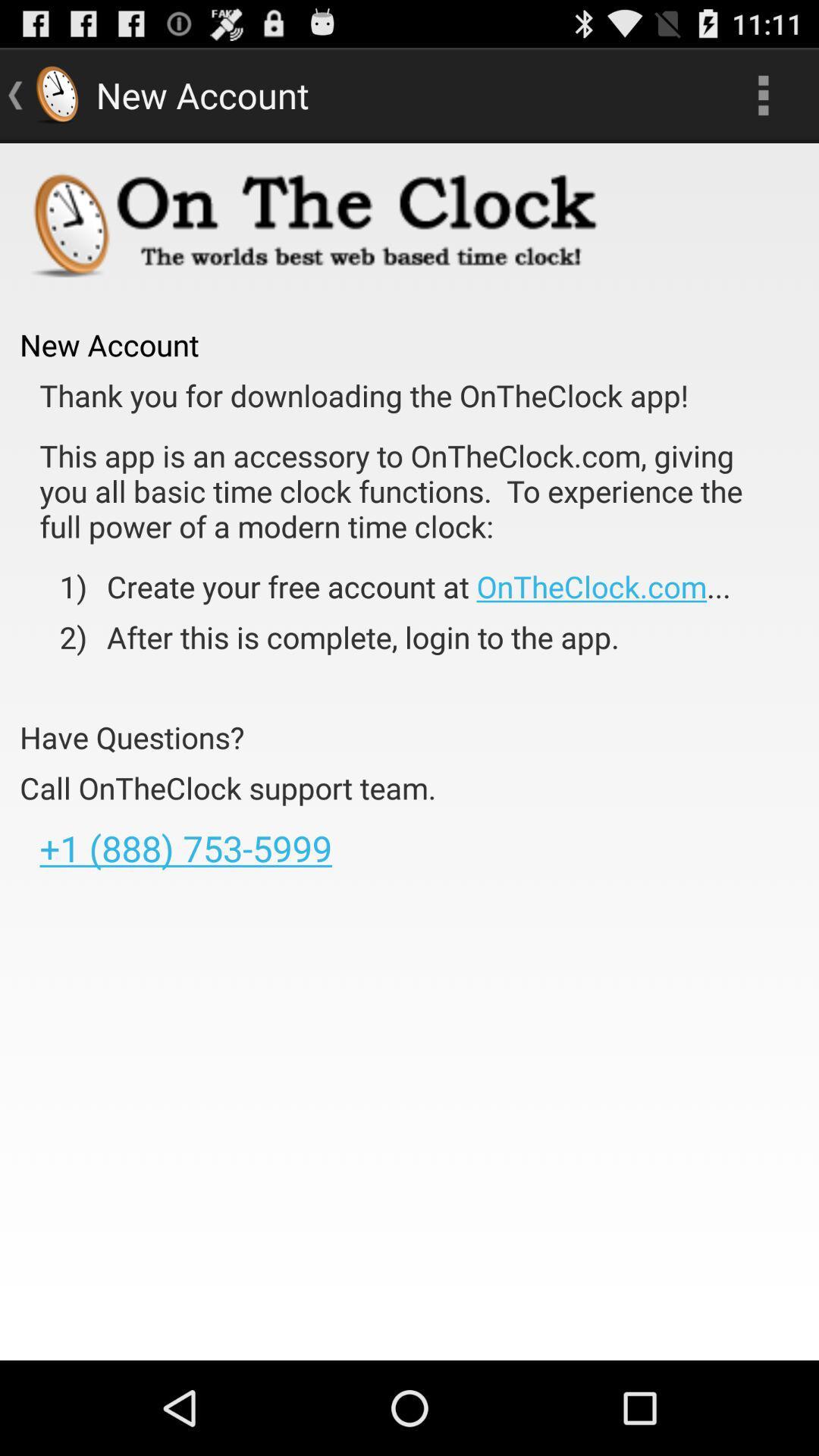  Describe the element at coordinates (131, 737) in the screenshot. I see `item below 2) item` at that location.